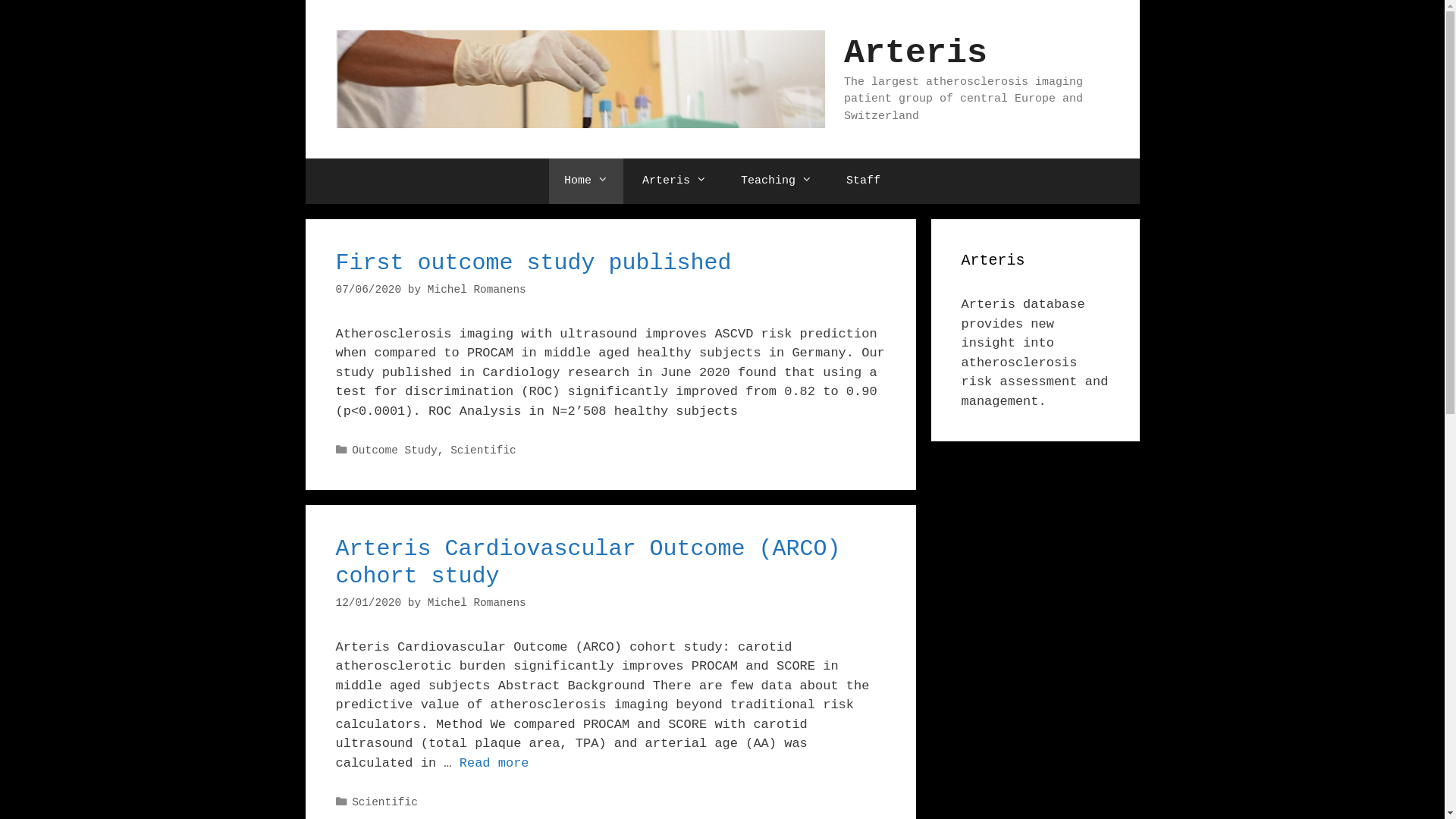 The image size is (1456, 819). What do you see at coordinates (532, 262) in the screenshot?
I see `'First outcome study published'` at bounding box center [532, 262].